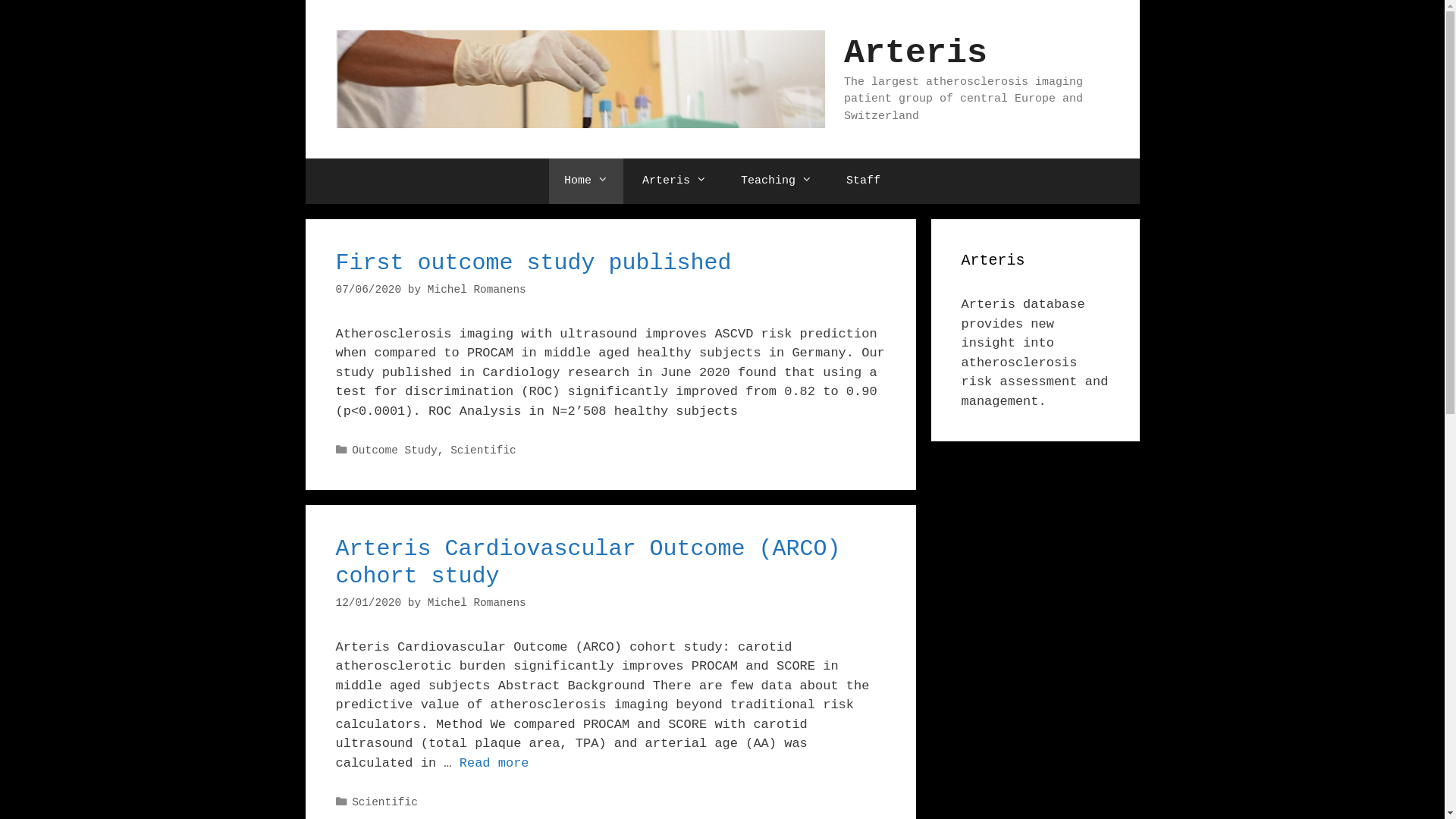 The image size is (1456, 819). What do you see at coordinates (532, 262) in the screenshot?
I see `'First outcome study published'` at bounding box center [532, 262].